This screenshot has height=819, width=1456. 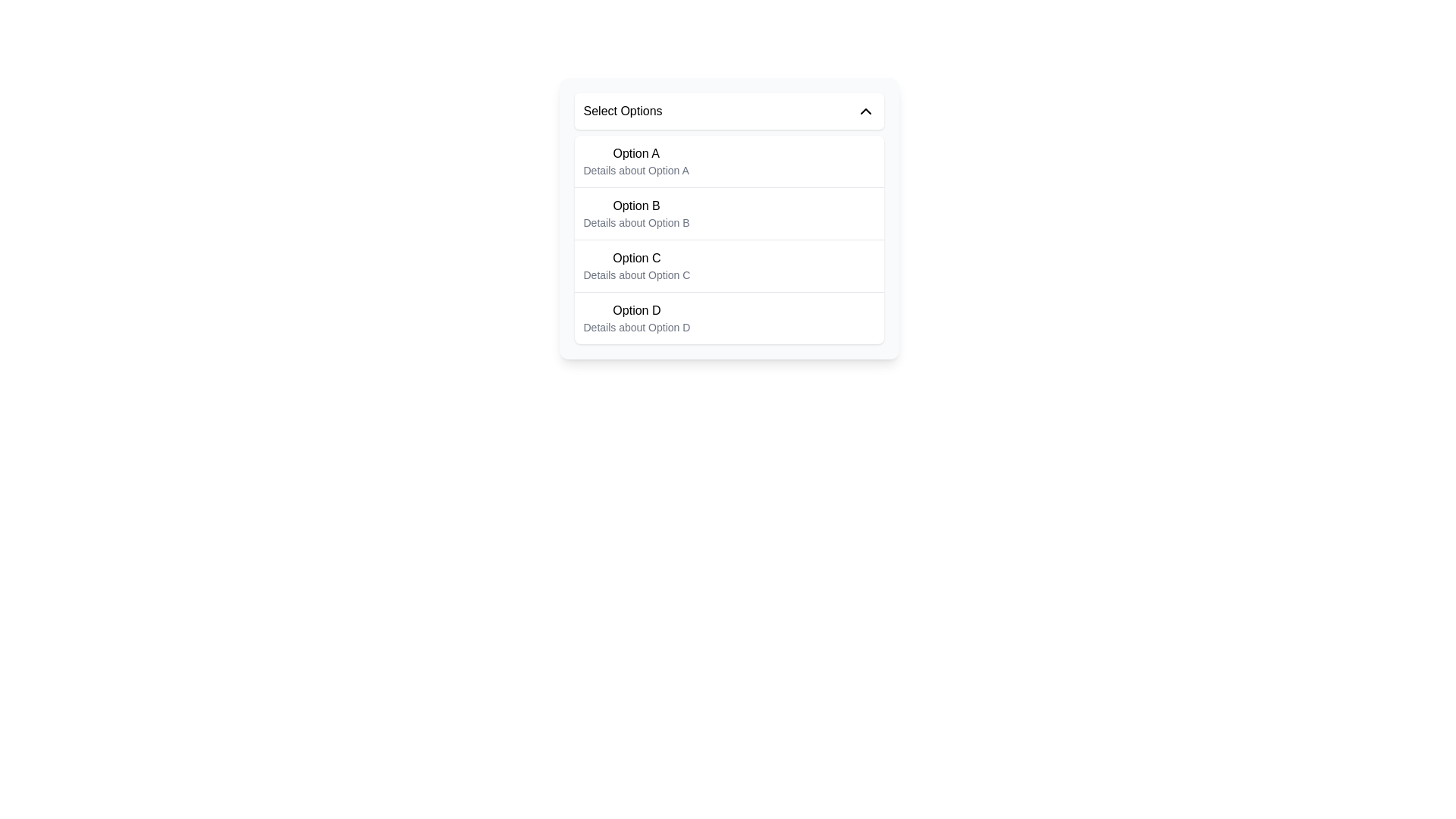 I want to click on text of the bold heading label 'Option D' located in the dropdown menu under 'Select Options', so click(x=637, y=309).